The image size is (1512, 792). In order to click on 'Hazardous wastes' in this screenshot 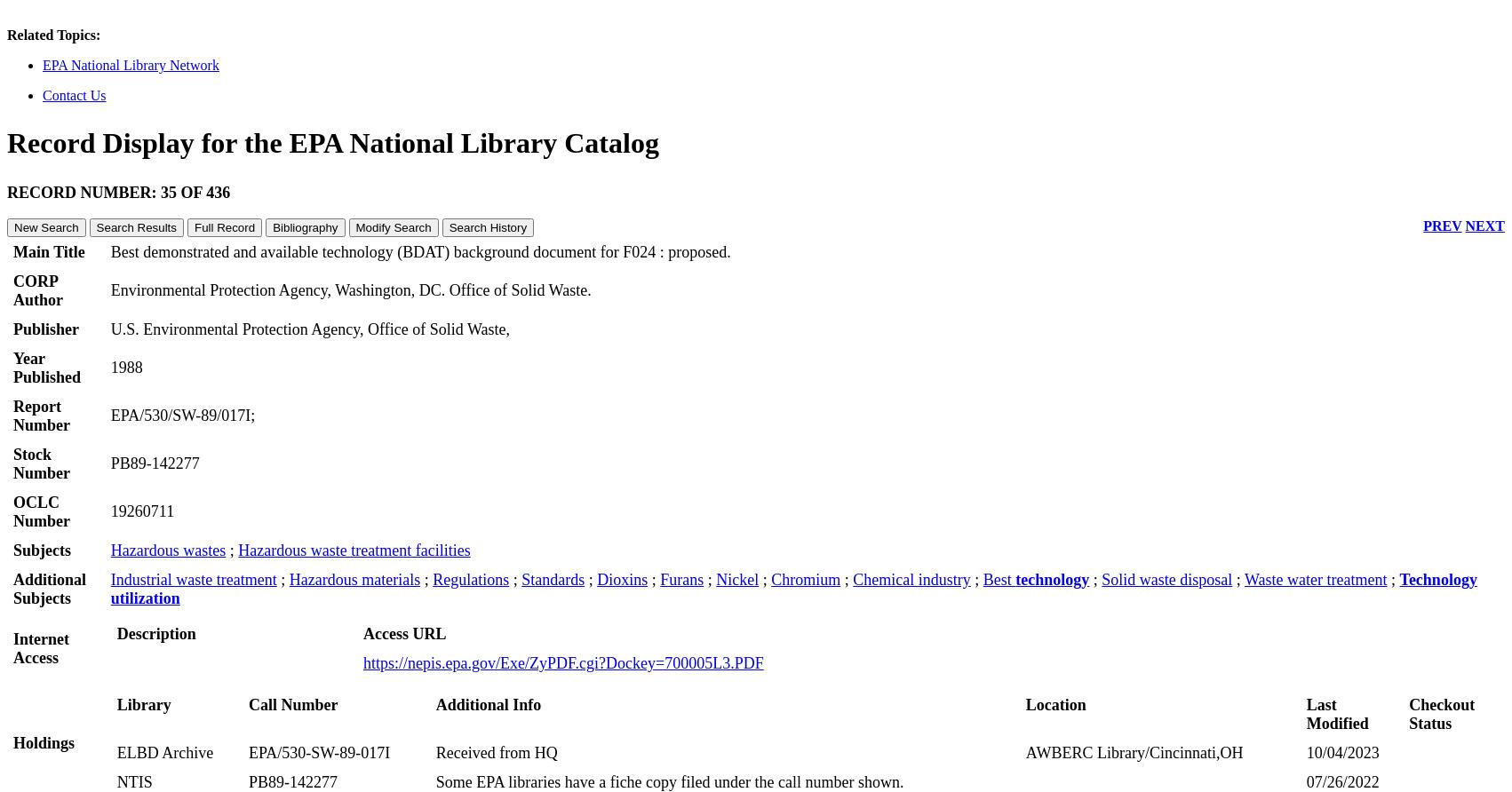, I will do `click(166, 548)`.